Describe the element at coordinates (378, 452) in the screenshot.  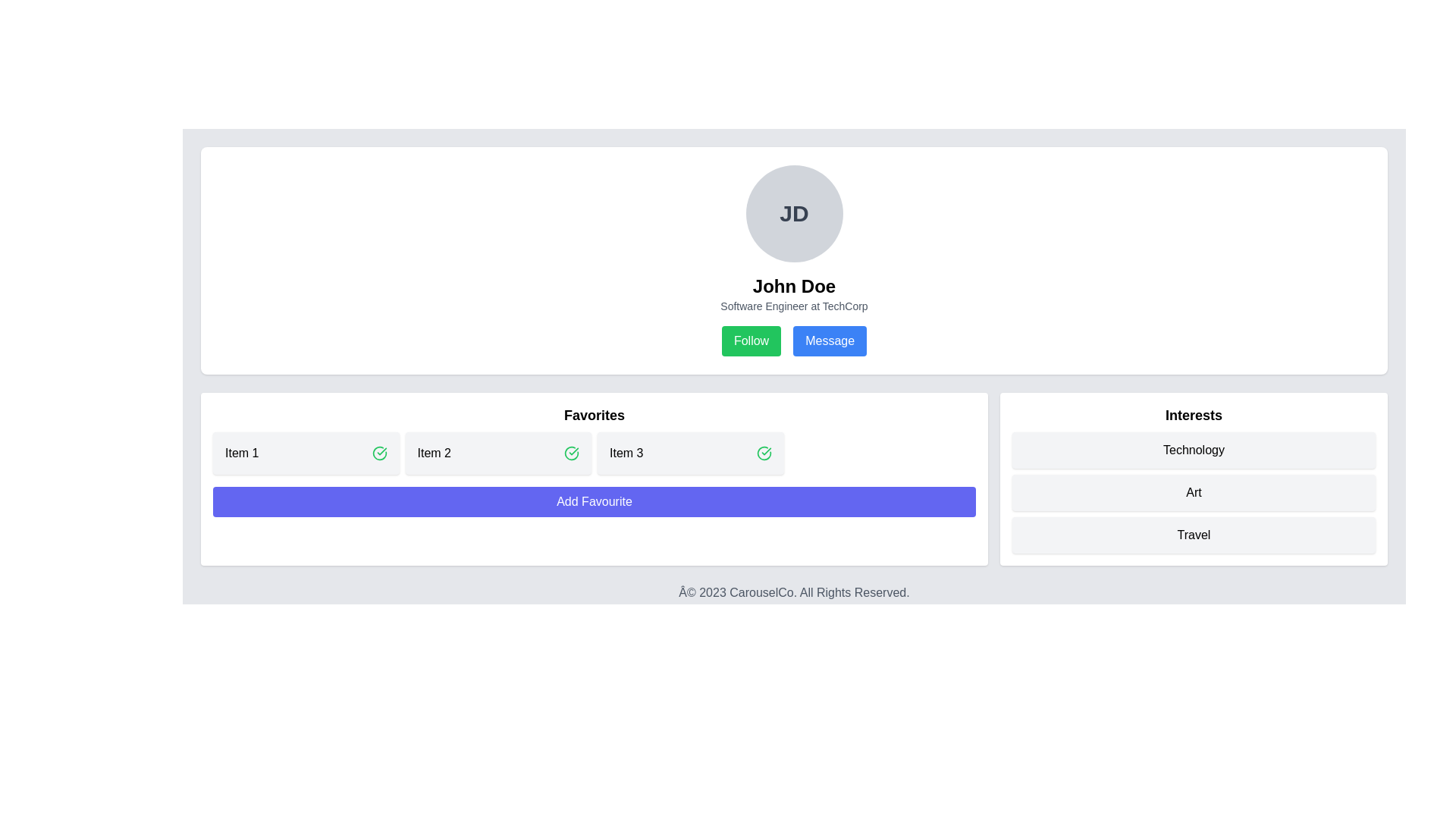
I see `the circular icon with a green border located in the 'Favorites' section, positioned to the right of 'Item 3'` at that location.